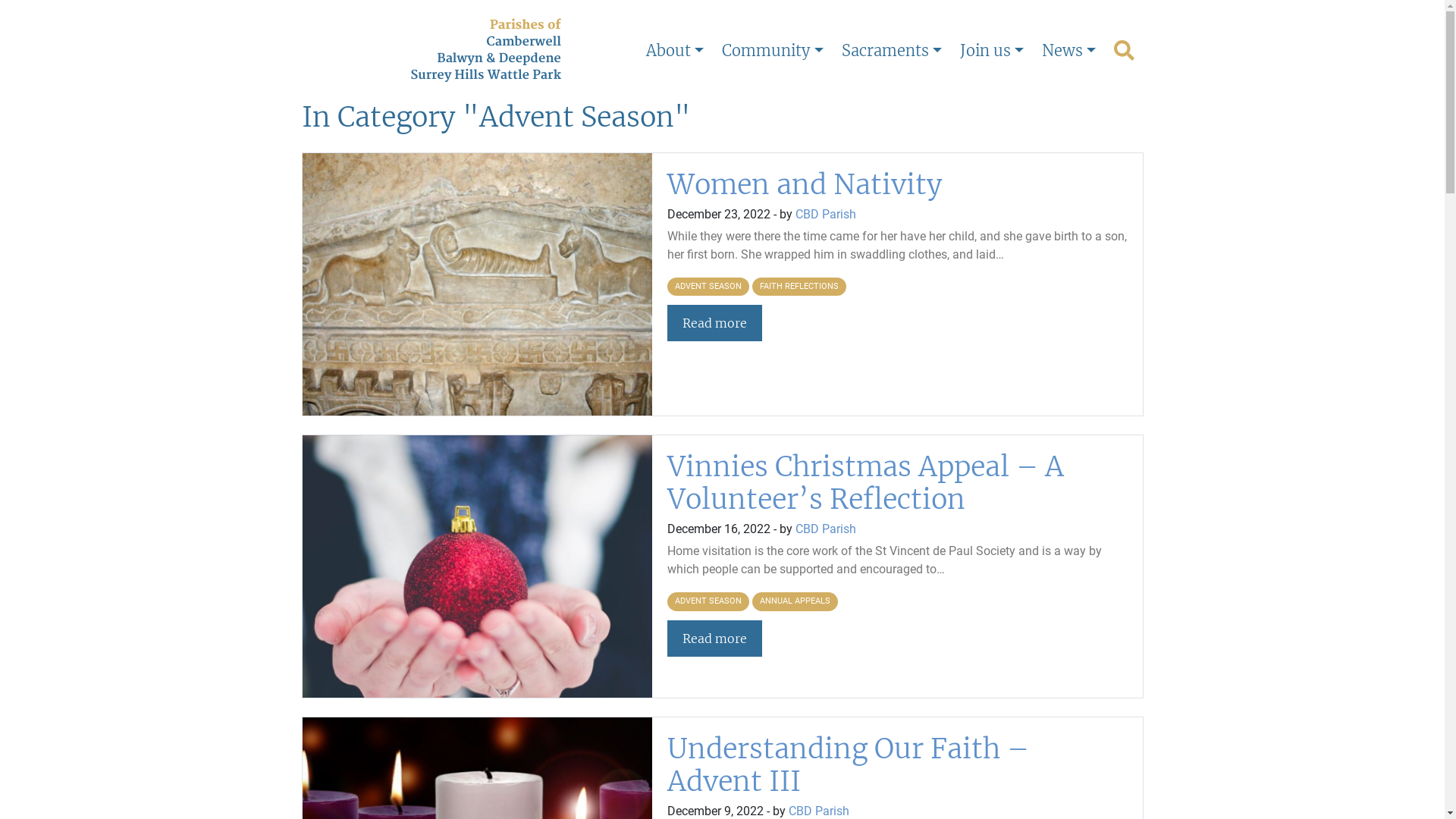 This screenshot has height=819, width=1456. I want to click on 'CBD Parish', so click(795, 528).